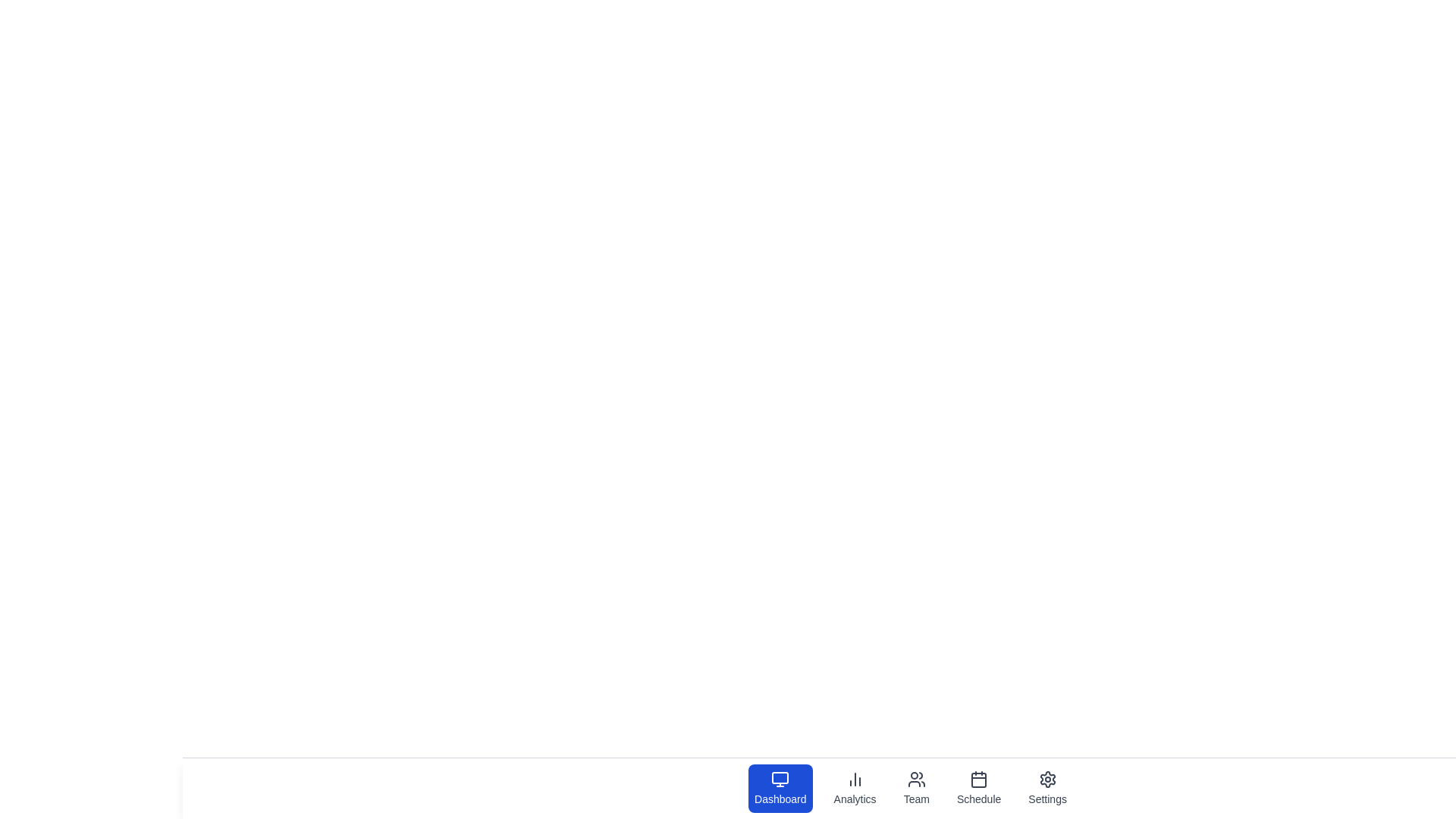  Describe the element at coordinates (780, 788) in the screenshot. I see `the tab labeled Dashboard by clicking on its icon or label` at that location.